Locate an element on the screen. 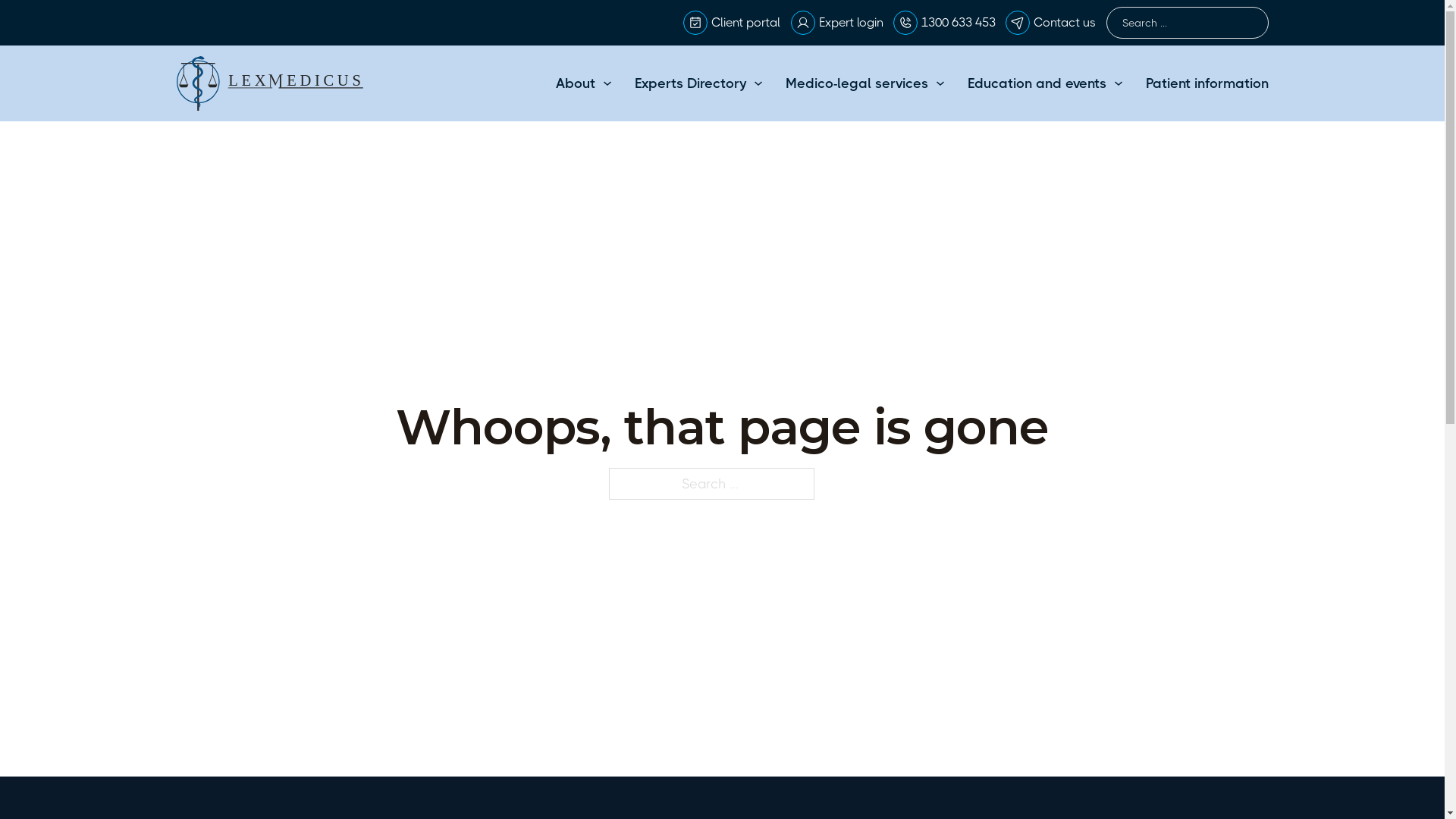 The width and height of the screenshot is (1456, 819). 'Expert login' is located at coordinates (851, 23).